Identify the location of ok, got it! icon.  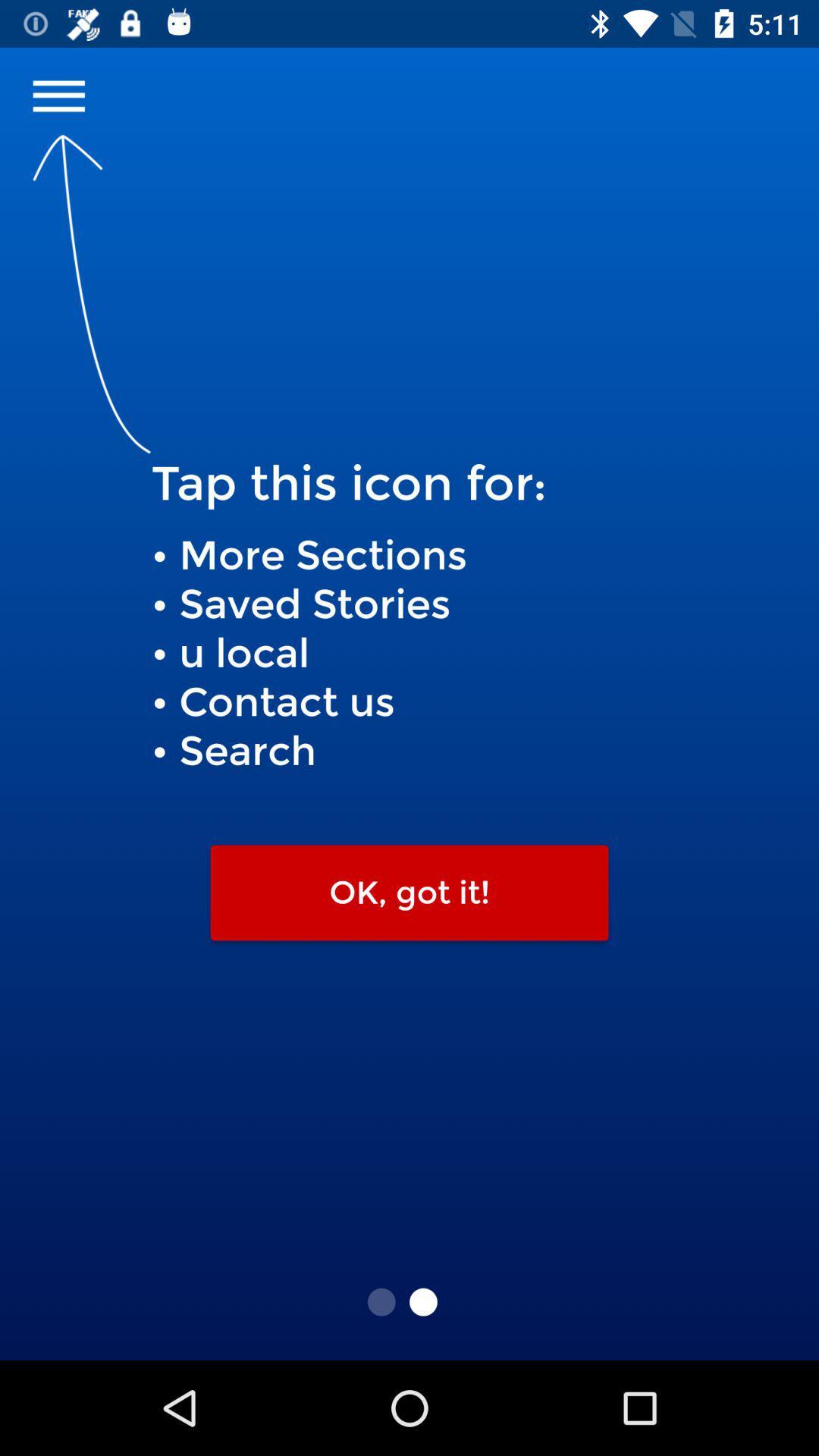
(409, 893).